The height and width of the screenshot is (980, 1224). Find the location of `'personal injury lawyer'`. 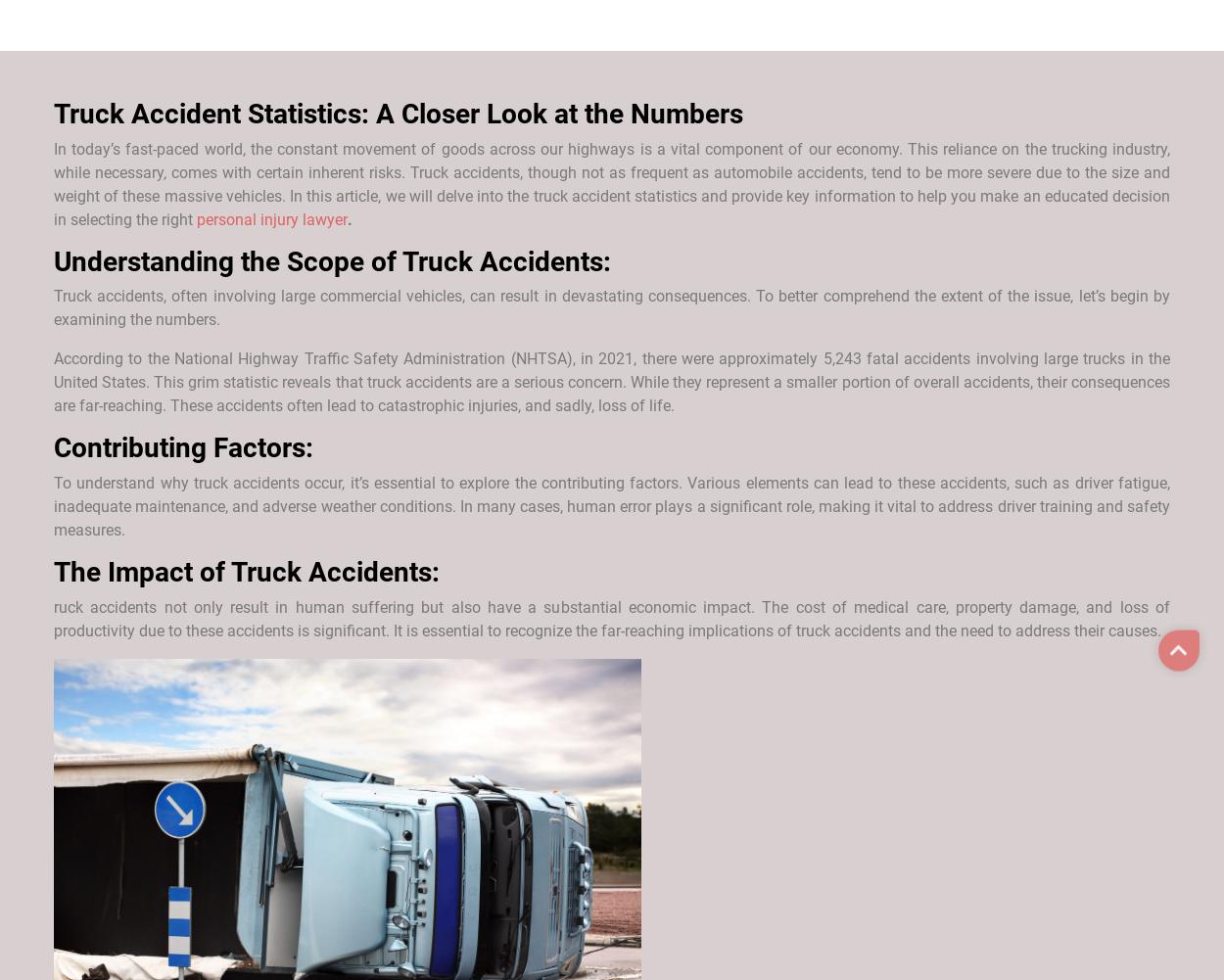

'personal injury lawyer' is located at coordinates (272, 217).